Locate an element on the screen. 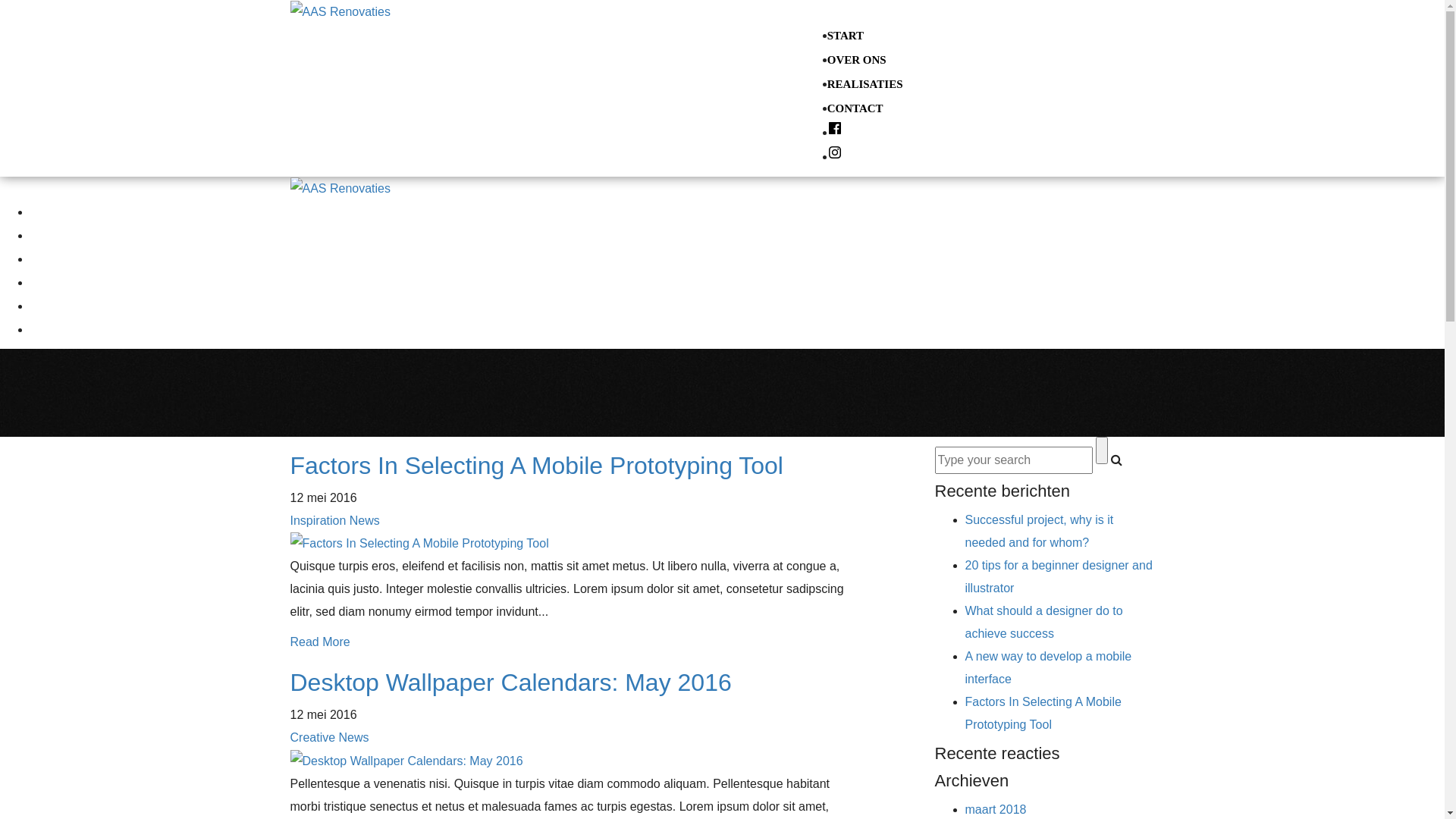  'OVER ONS' is located at coordinates (826, 58).